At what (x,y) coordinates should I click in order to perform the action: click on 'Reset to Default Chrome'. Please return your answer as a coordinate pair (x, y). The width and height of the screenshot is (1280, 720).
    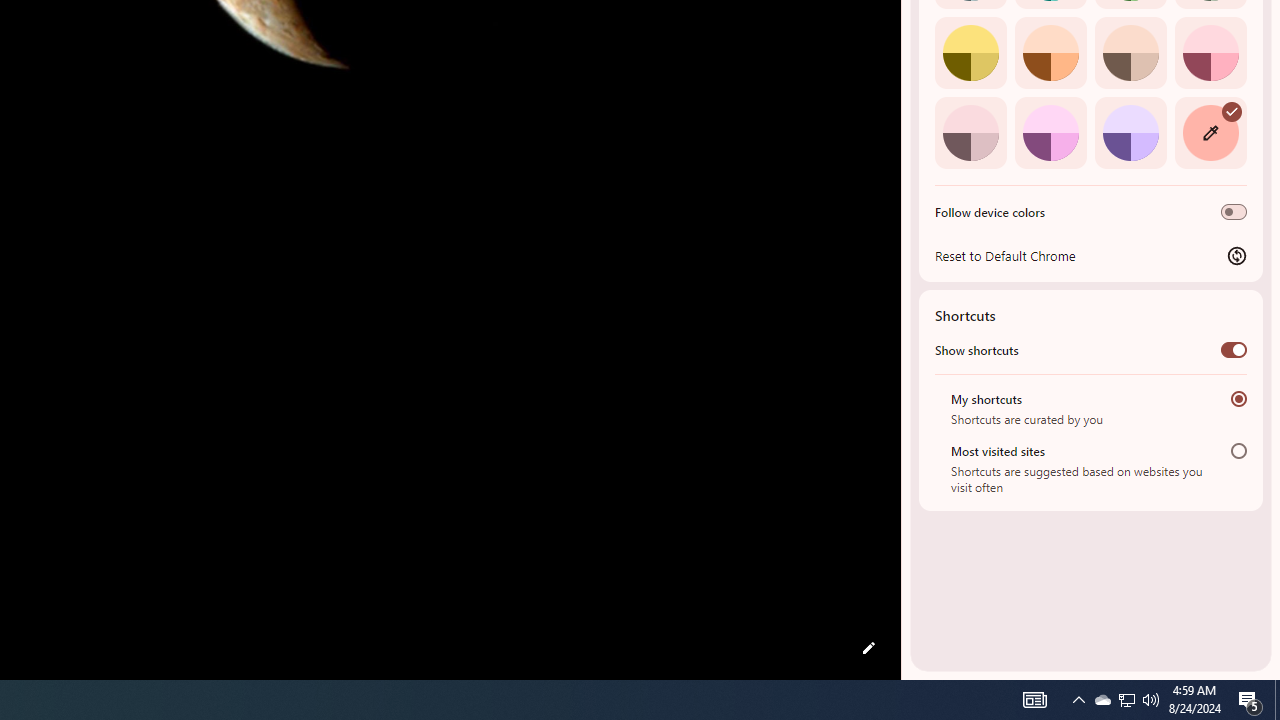
    Looking at the image, I should click on (1090, 254).